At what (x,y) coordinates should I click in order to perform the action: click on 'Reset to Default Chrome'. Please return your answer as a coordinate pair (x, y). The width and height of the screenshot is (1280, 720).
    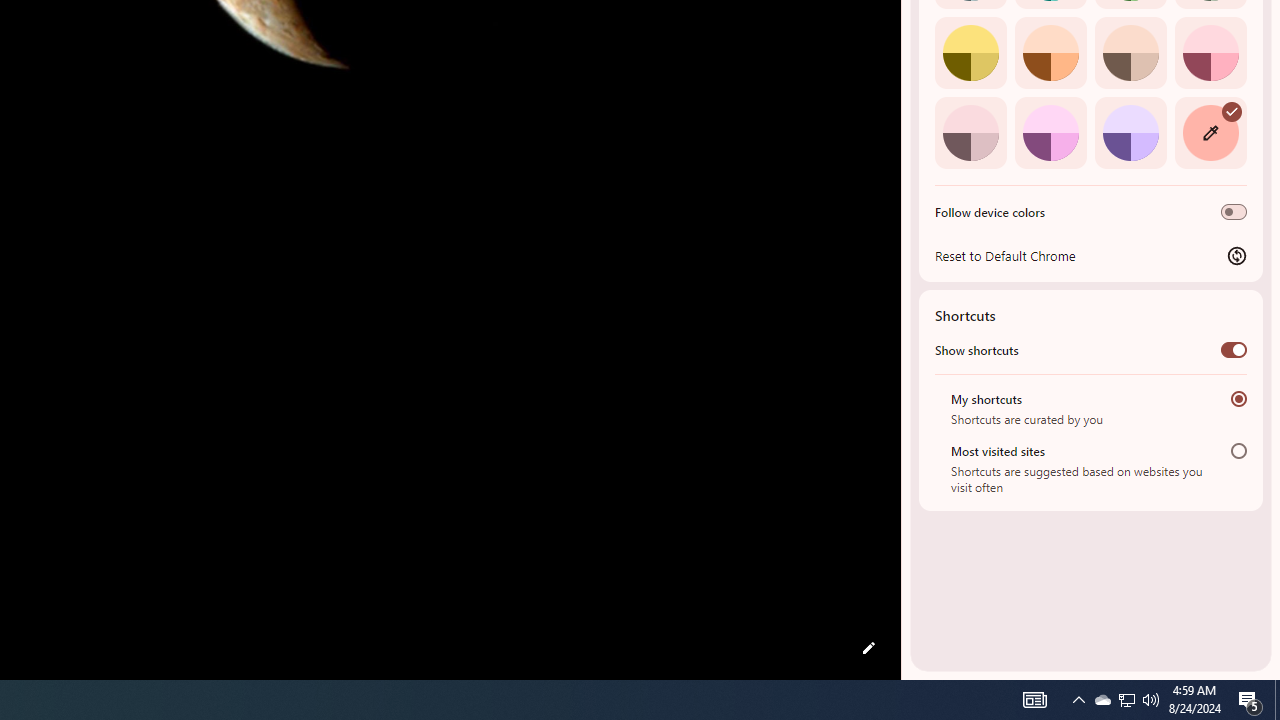
    Looking at the image, I should click on (1090, 254).